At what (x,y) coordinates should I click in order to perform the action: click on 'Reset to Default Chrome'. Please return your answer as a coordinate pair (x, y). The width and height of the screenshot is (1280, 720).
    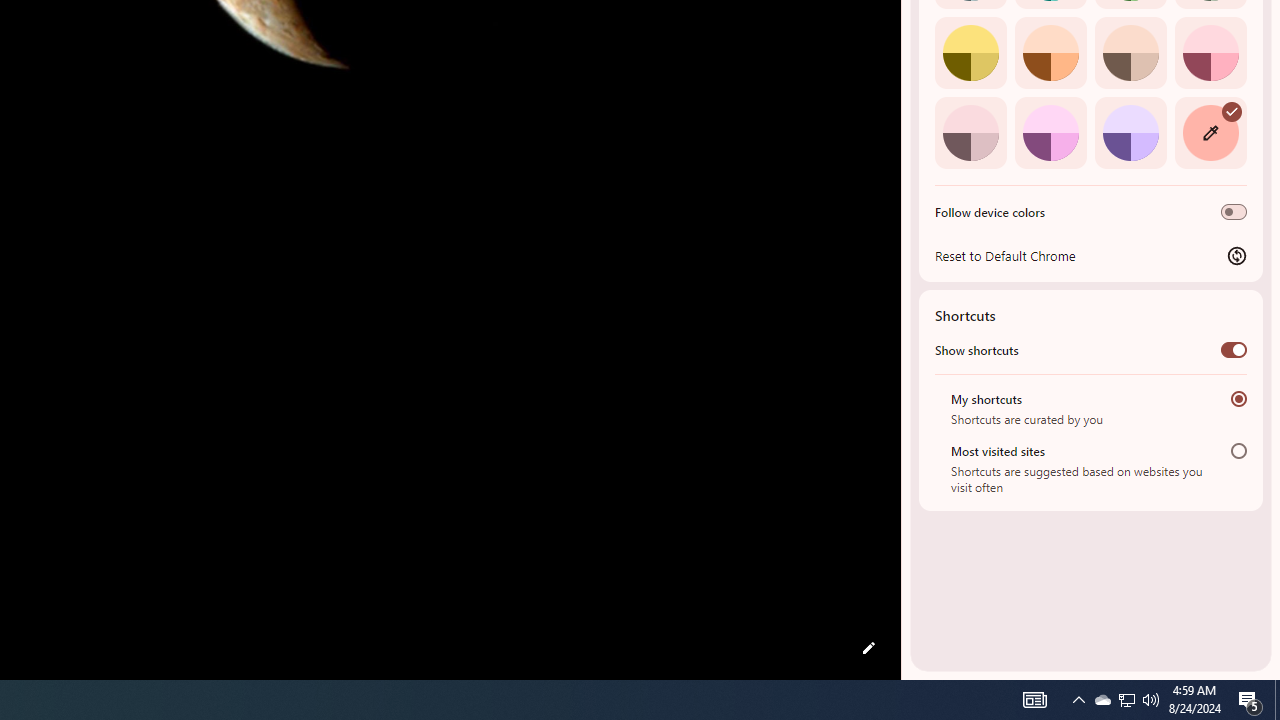
    Looking at the image, I should click on (1090, 254).